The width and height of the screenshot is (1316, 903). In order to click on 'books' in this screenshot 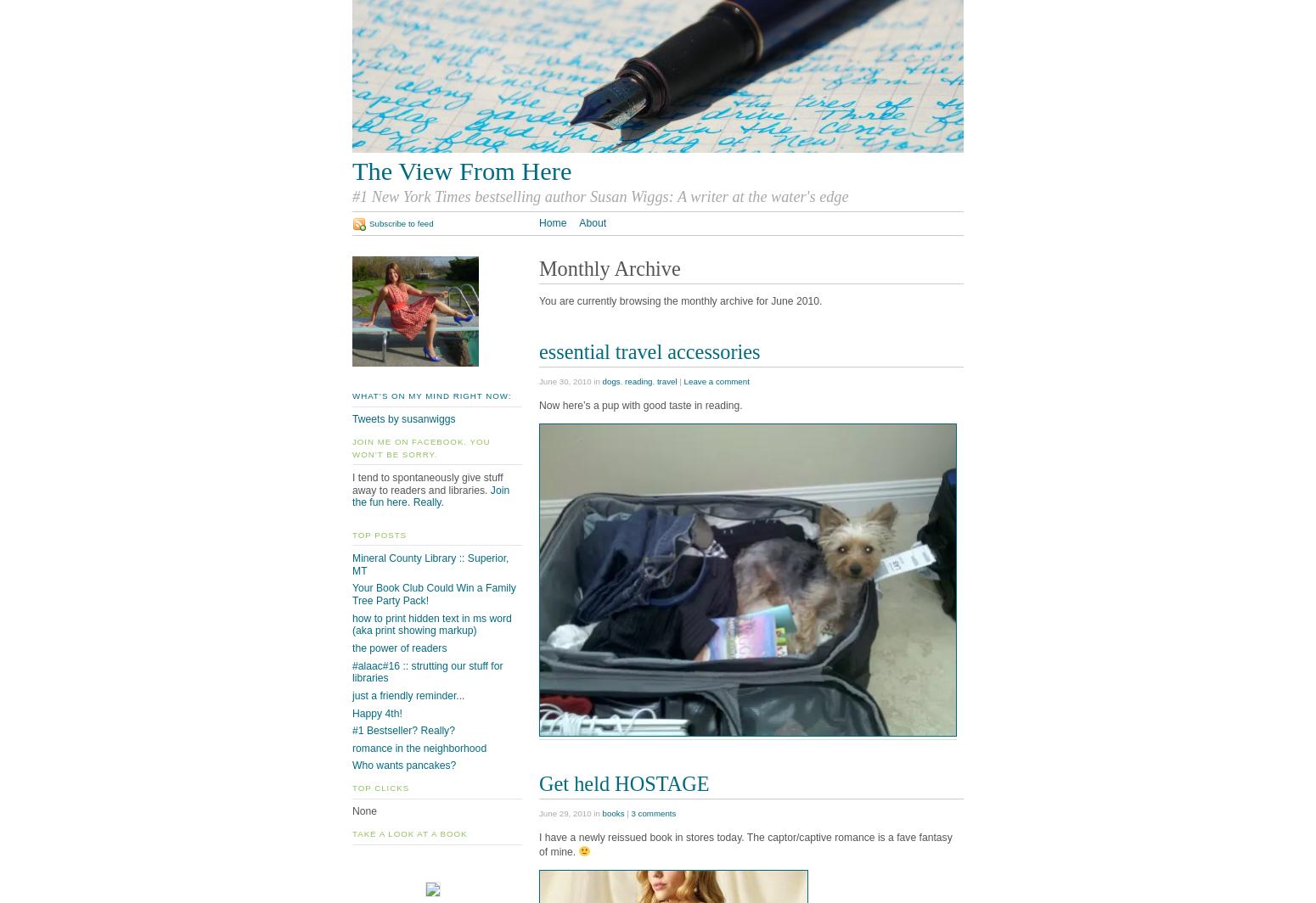, I will do `click(601, 813)`.